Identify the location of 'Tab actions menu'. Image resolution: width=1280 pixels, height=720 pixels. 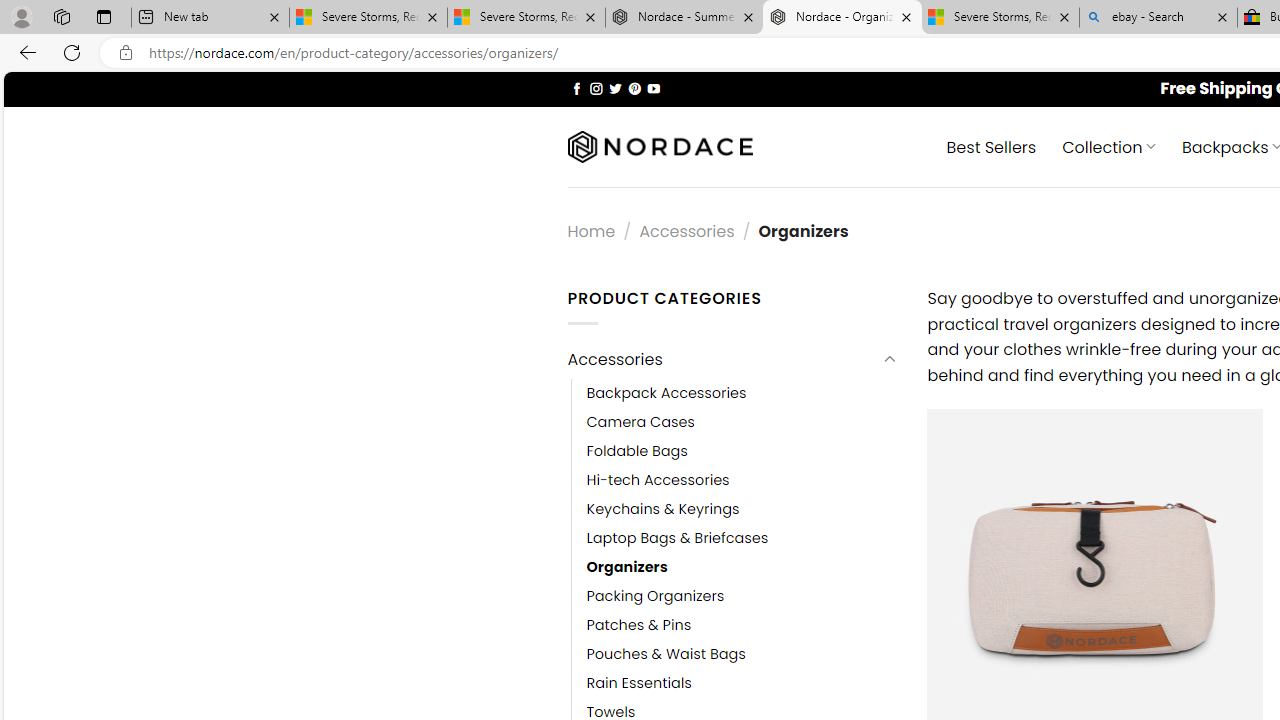
(103, 16).